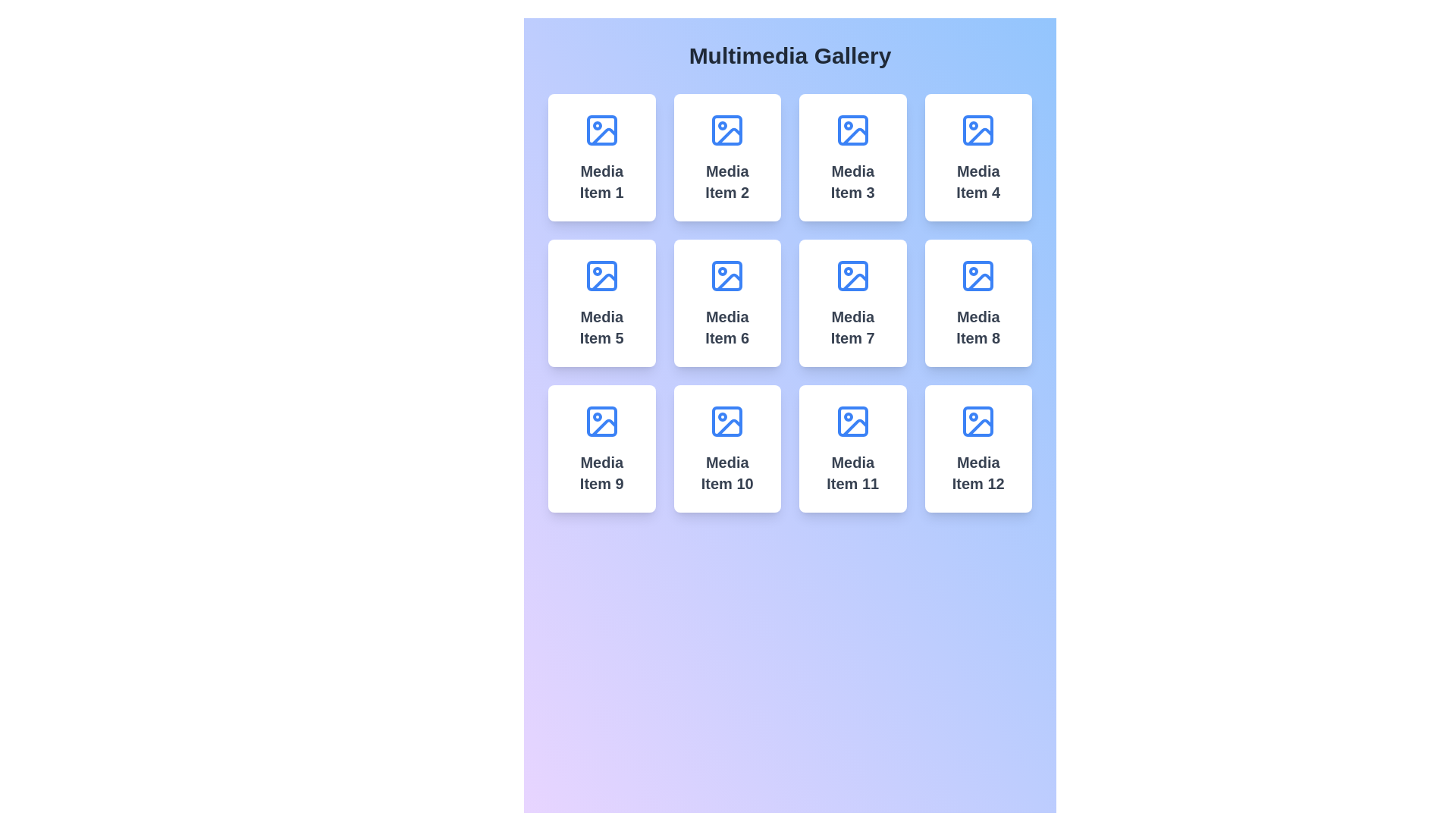  I want to click on the media tile displaying 'Media Item 11' in the fourth row and third column of the multimedia gallery, so click(852, 447).